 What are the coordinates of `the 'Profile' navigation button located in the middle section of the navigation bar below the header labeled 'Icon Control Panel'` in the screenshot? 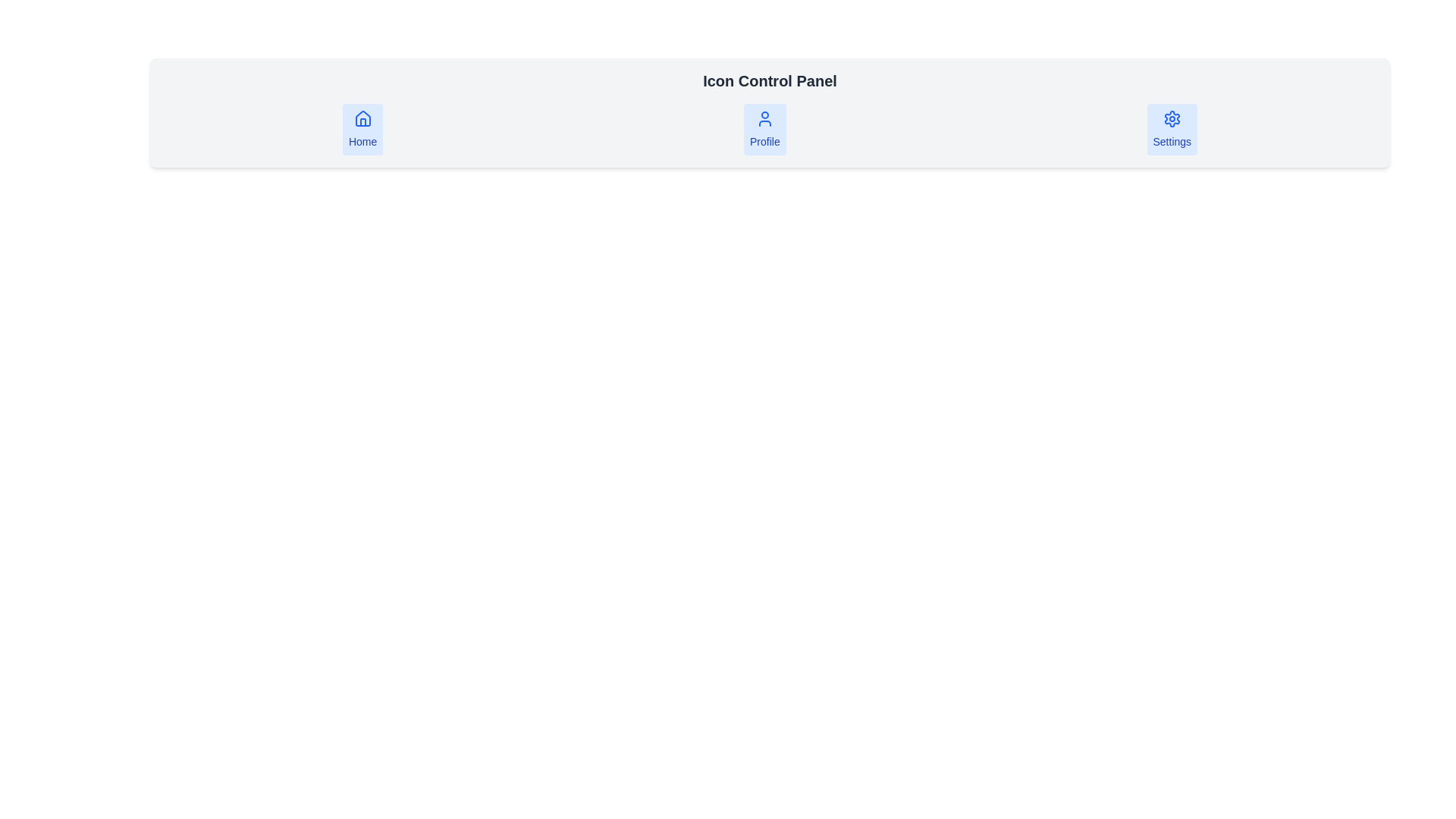 It's located at (770, 128).